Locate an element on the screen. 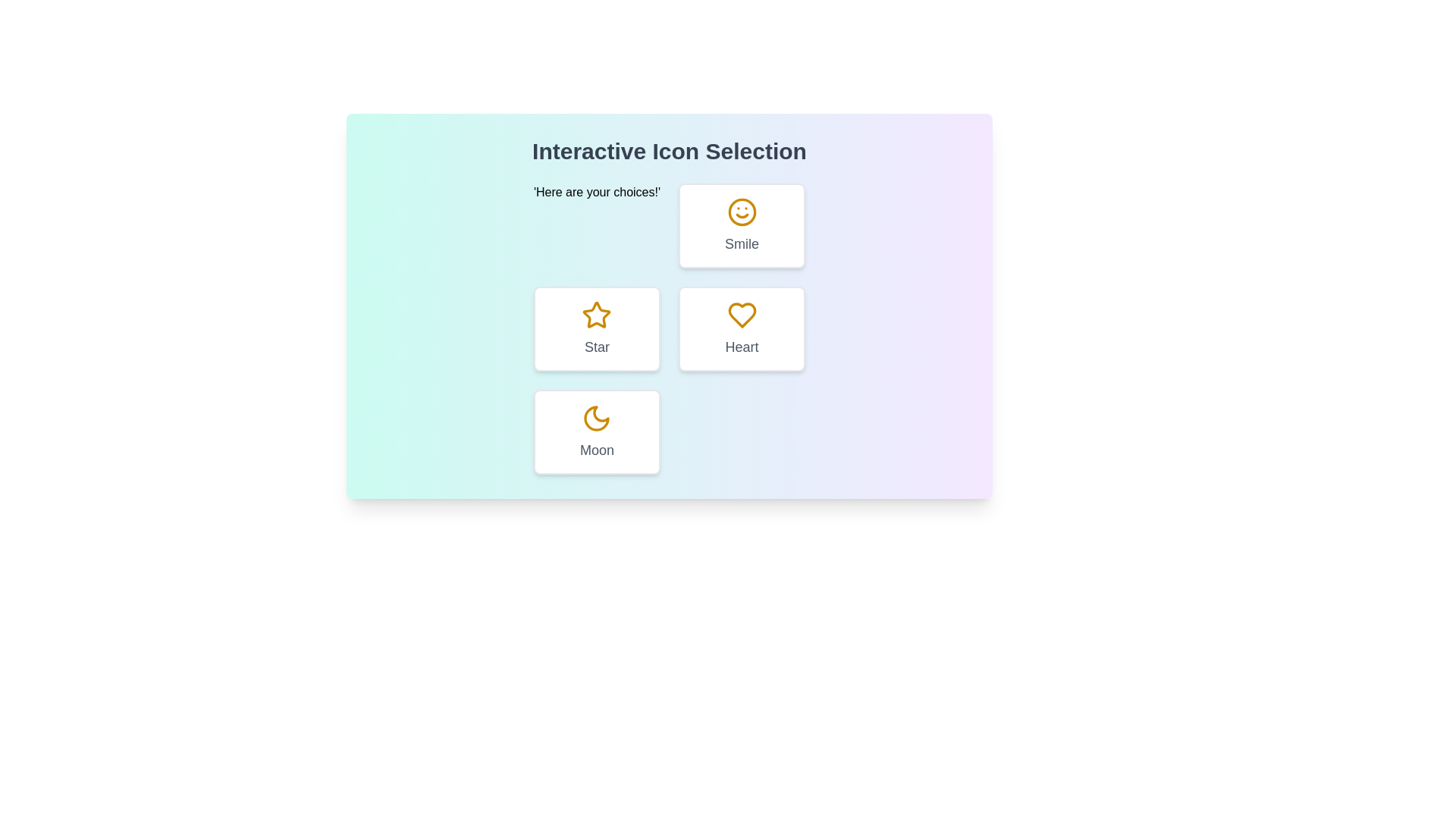 This screenshot has width=1456, height=819. the crescent moon icon located at the bottom left of the 2x2 grid of buttons under the heading 'Interactive Icon Selection' is located at coordinates (596, 418).